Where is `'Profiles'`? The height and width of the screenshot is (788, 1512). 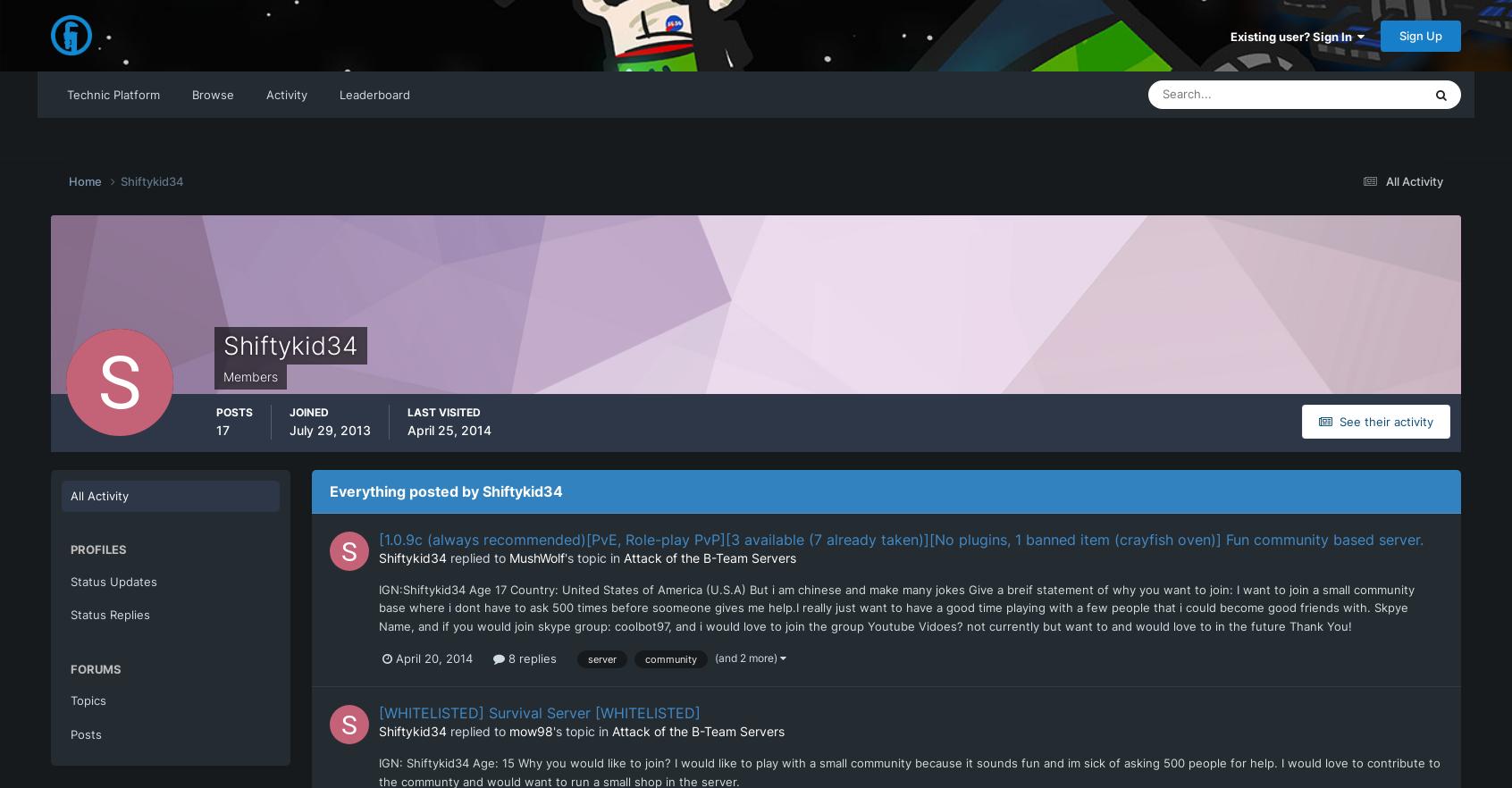
'Profiles' is located at coordinates (98, 549).